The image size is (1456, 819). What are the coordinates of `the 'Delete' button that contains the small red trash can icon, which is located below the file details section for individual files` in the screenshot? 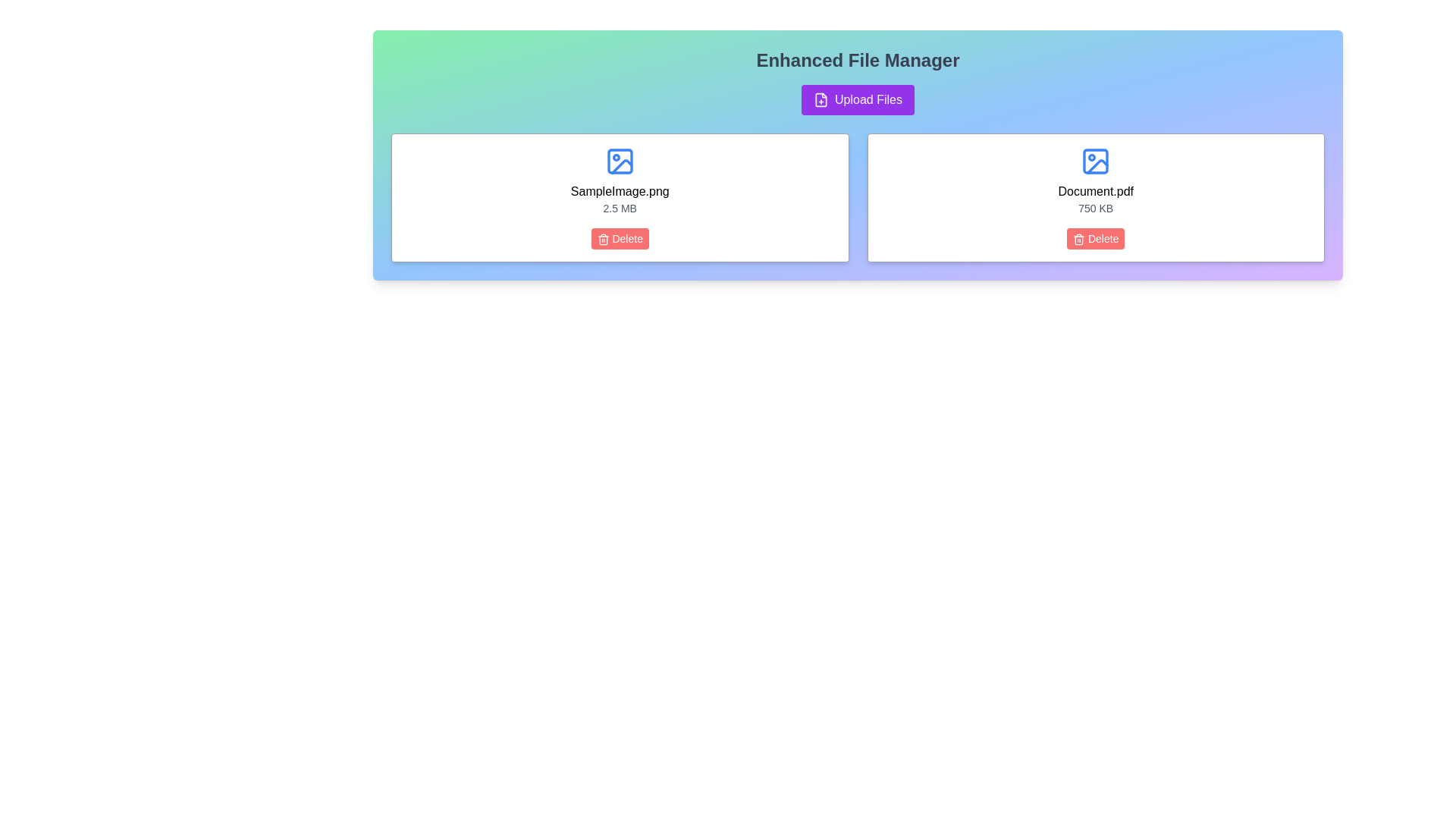 It's located at (1078, 239).